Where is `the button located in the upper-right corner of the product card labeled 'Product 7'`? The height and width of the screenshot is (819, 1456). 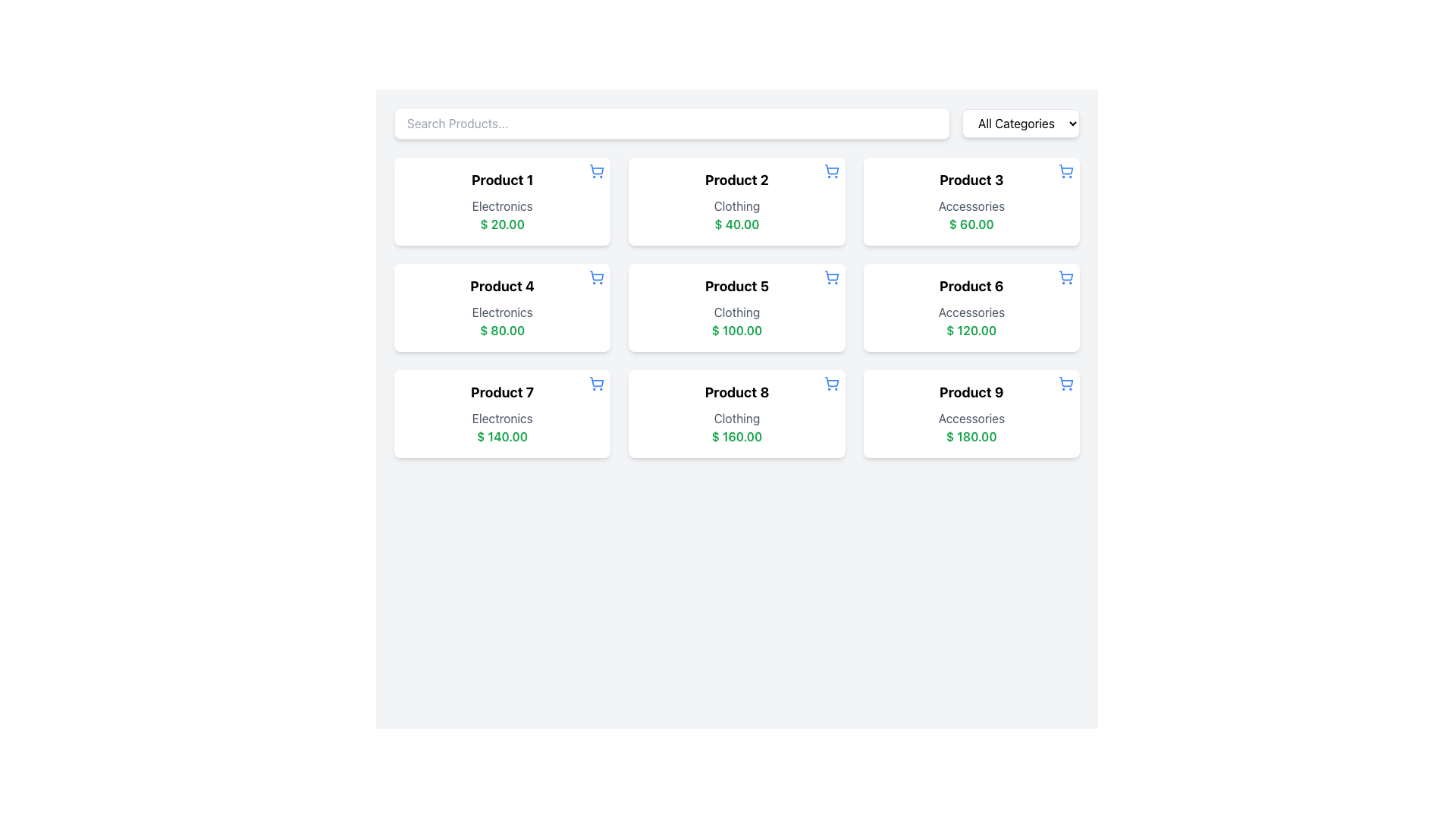
the button located in the upper-right corner of the product card labeled 'Product 7' is located at coordinates (596, 382).